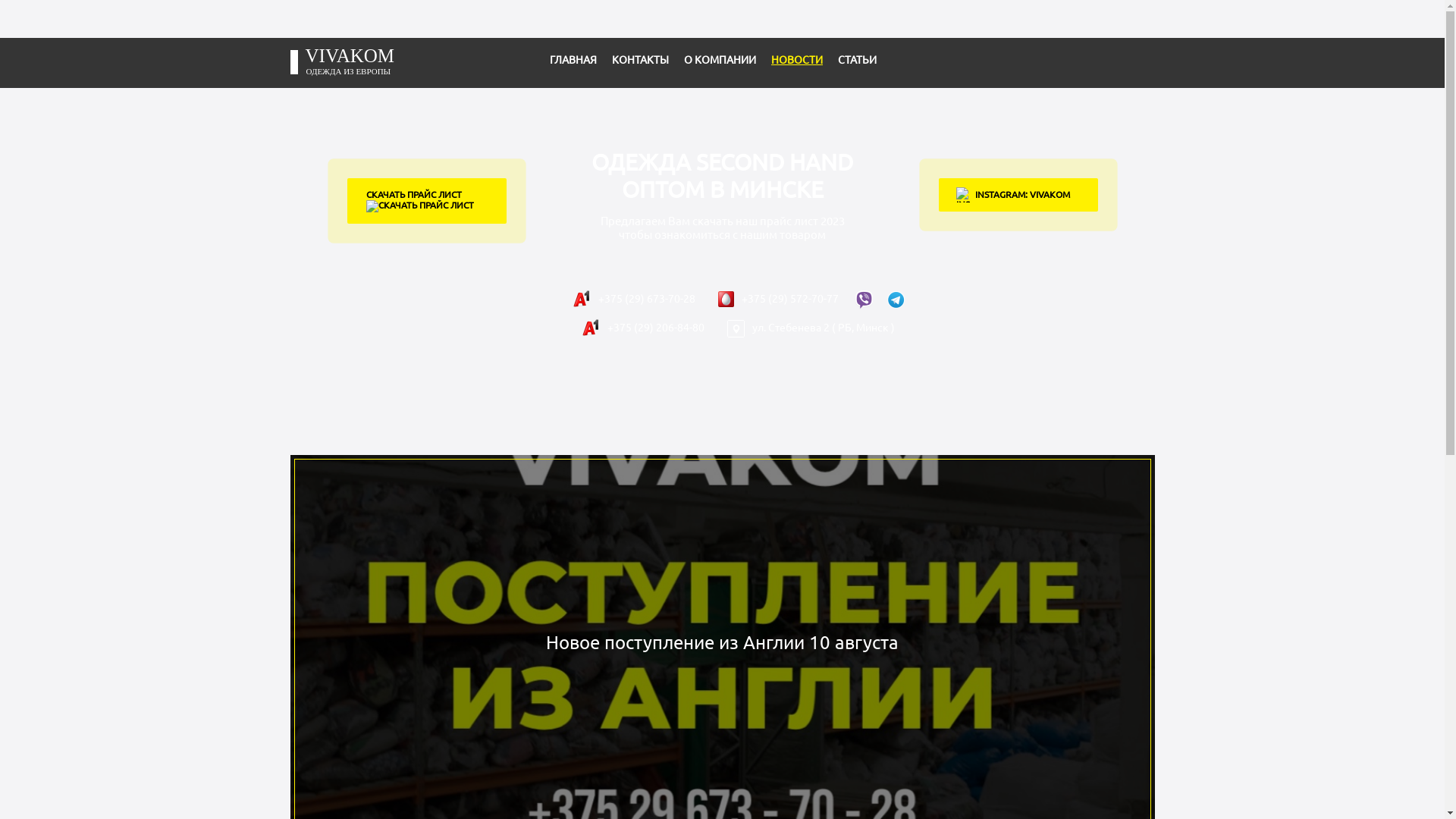  Describe the element at coordinates (642, 327) in the screenshot. I see `'+375 (29) 206-84-80'` at that location.